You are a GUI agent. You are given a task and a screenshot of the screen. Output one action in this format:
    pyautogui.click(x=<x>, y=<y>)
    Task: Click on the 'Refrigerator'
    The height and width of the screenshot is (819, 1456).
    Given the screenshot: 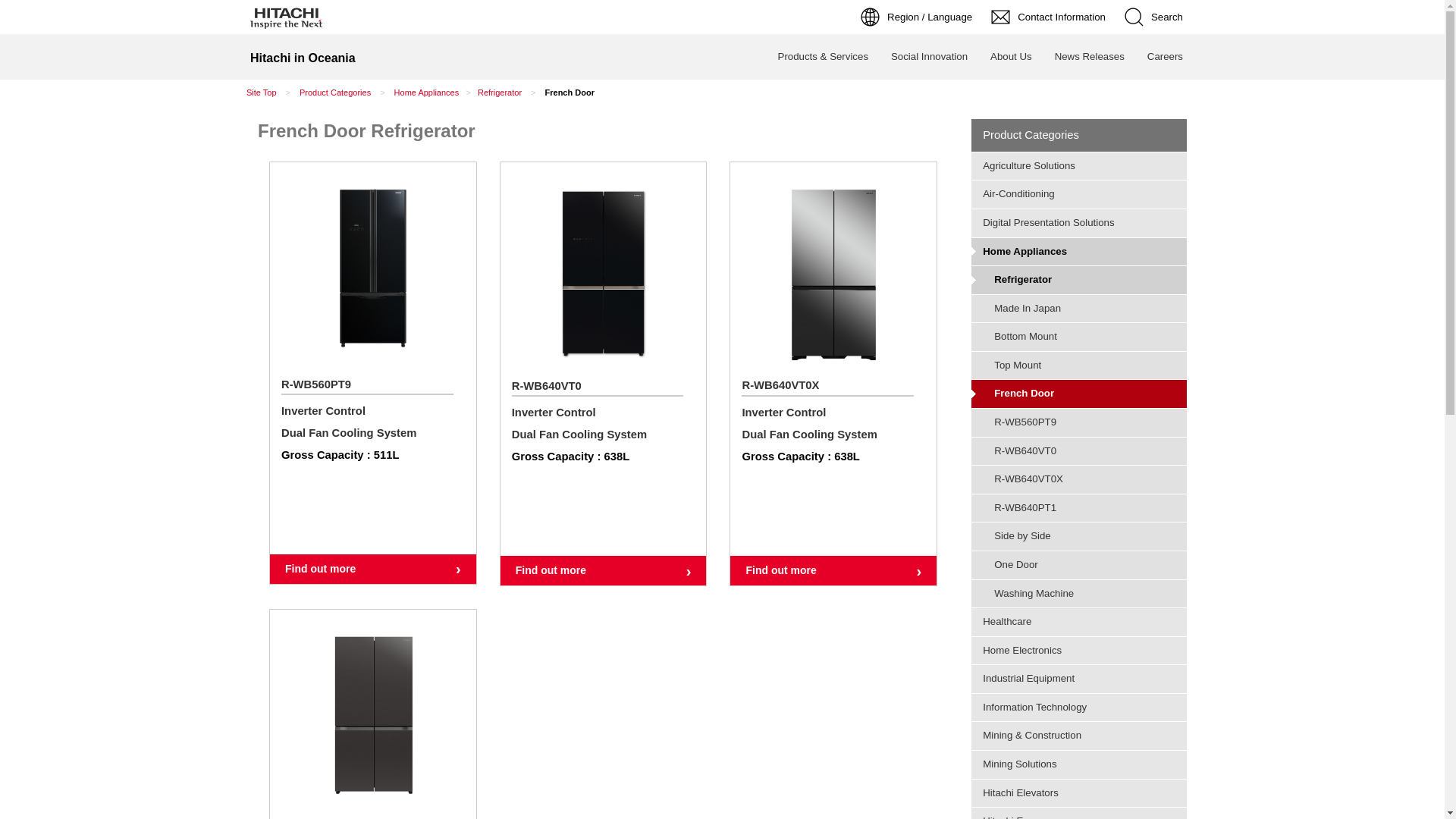 What is the action you would take?
    pyautogui.click(x=1078, y=280)
    